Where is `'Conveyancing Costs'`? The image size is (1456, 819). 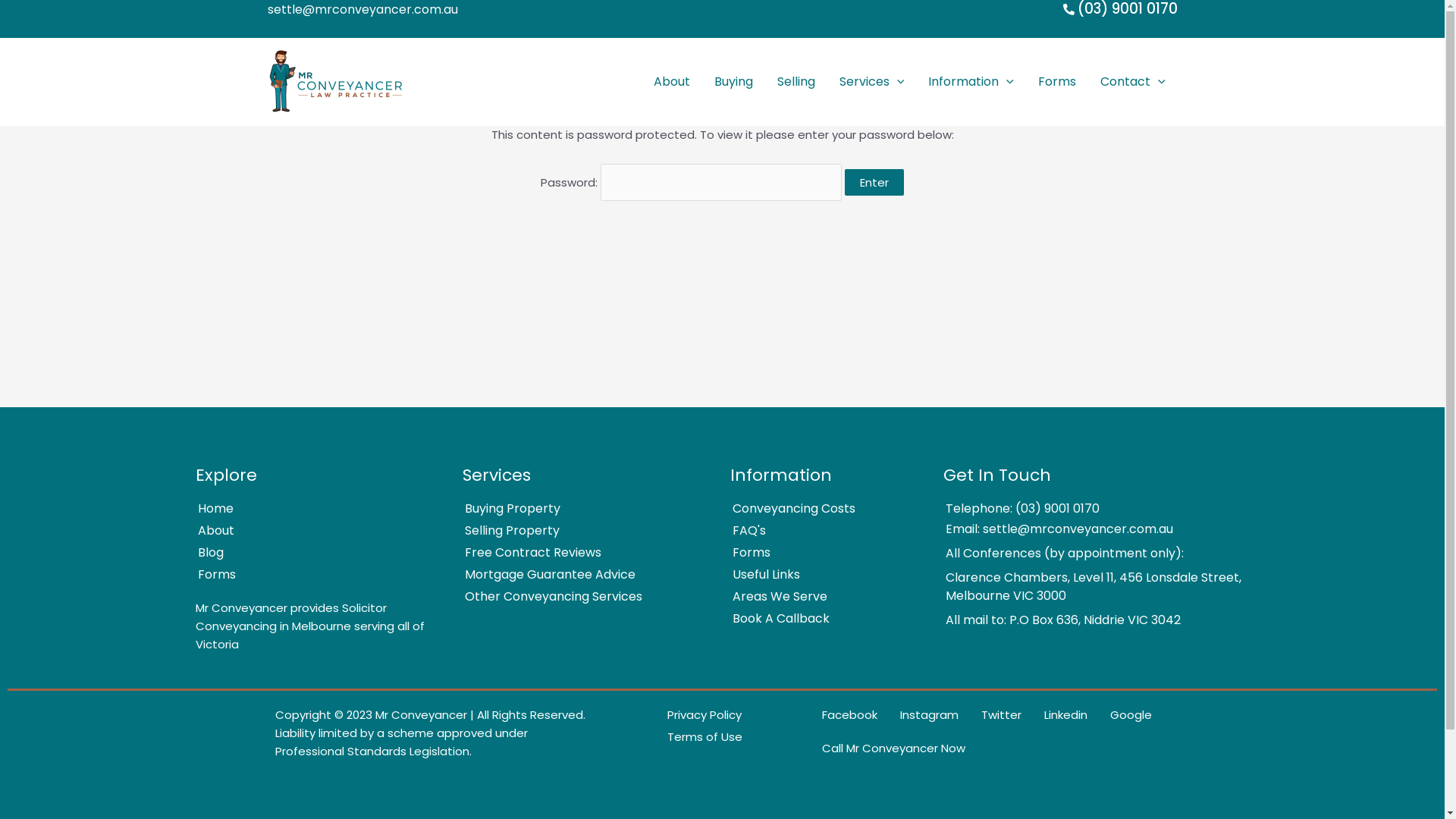
'Conveyancing Costs' is located at coordinates (818, 509).